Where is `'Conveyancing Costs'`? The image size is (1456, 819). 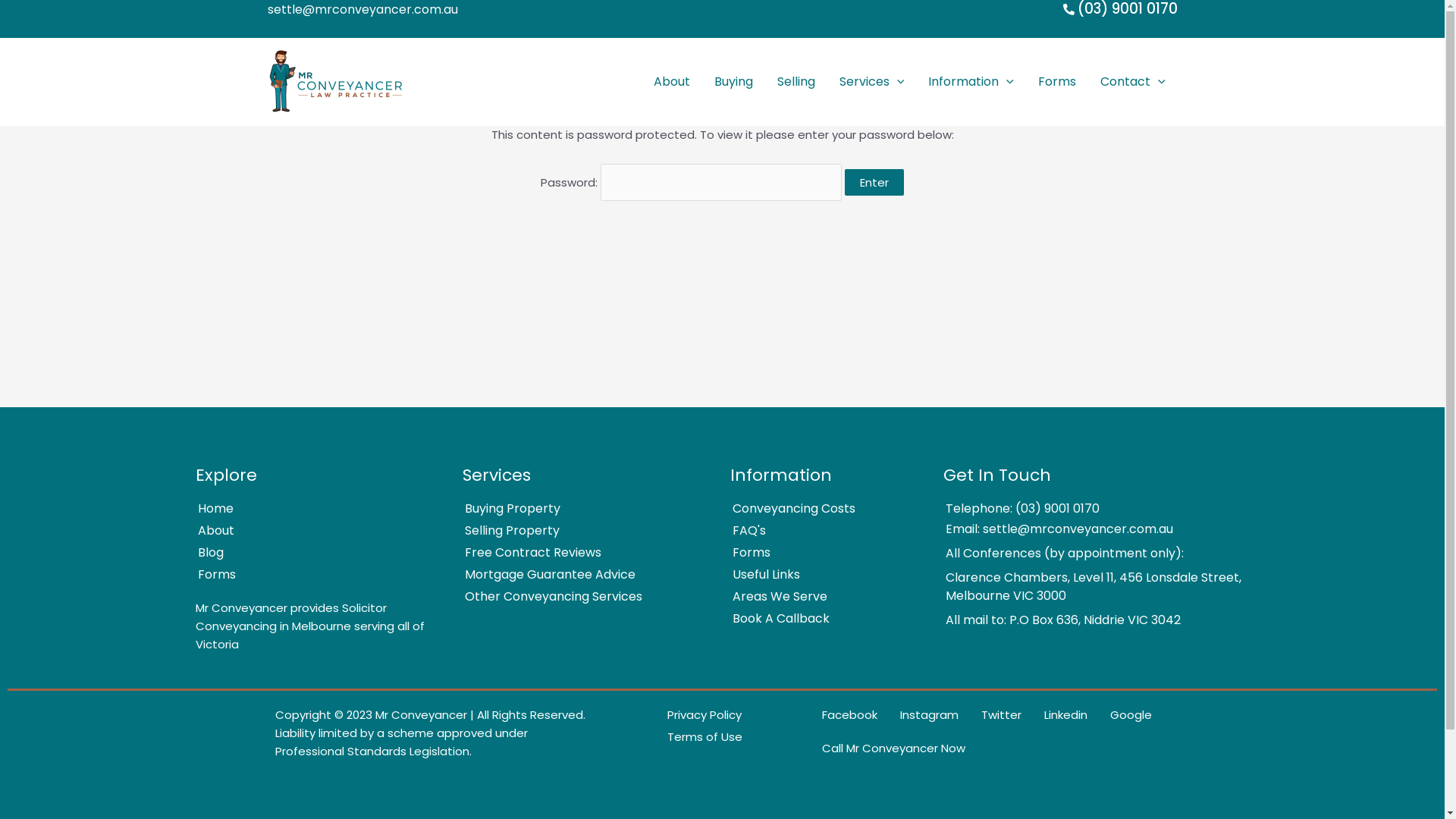
'Conveyancing Costs' is located at coordinates (818, 509).